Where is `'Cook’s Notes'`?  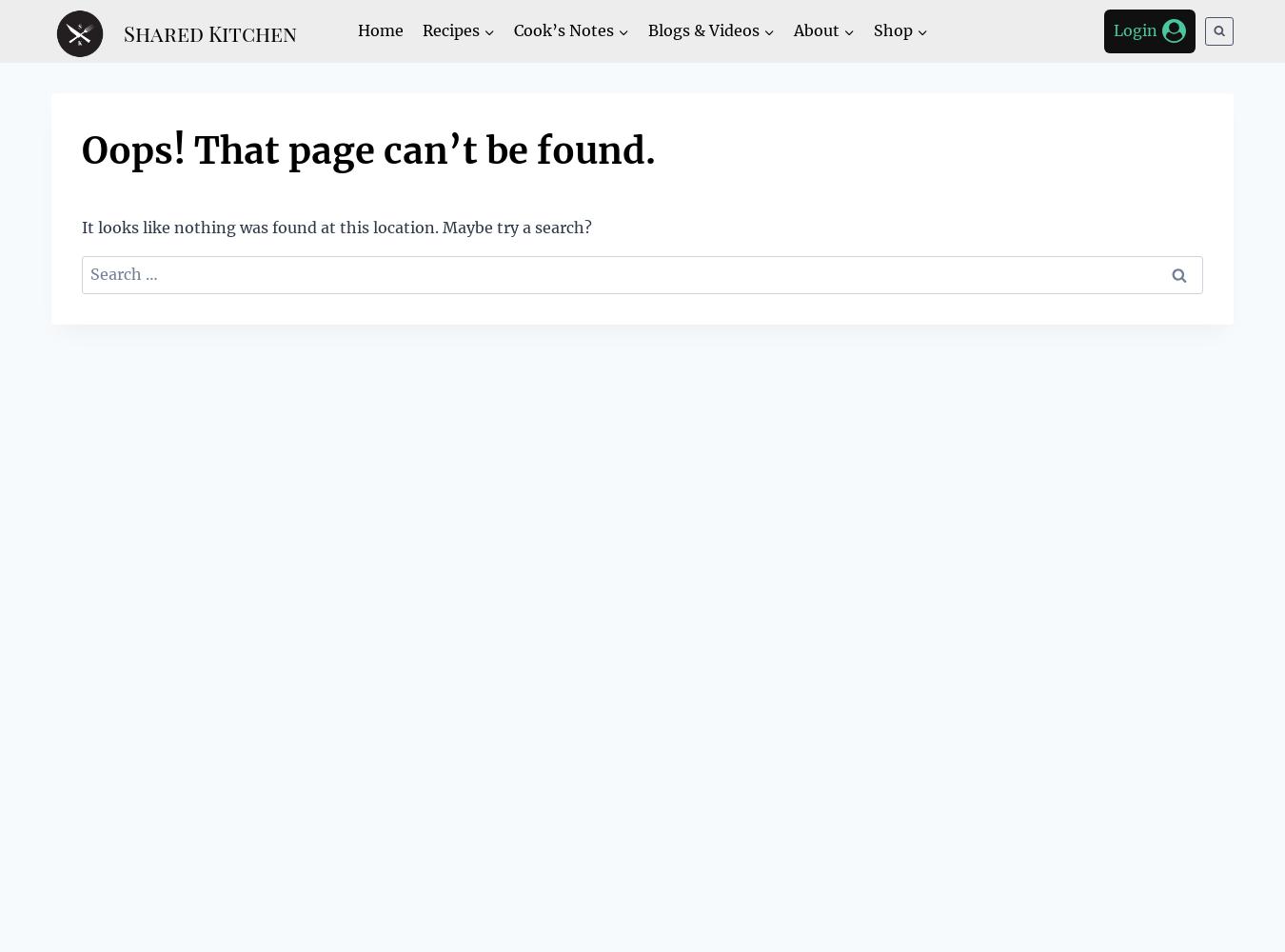
'Cook’s Notes' is located at coordinates (563, 30).